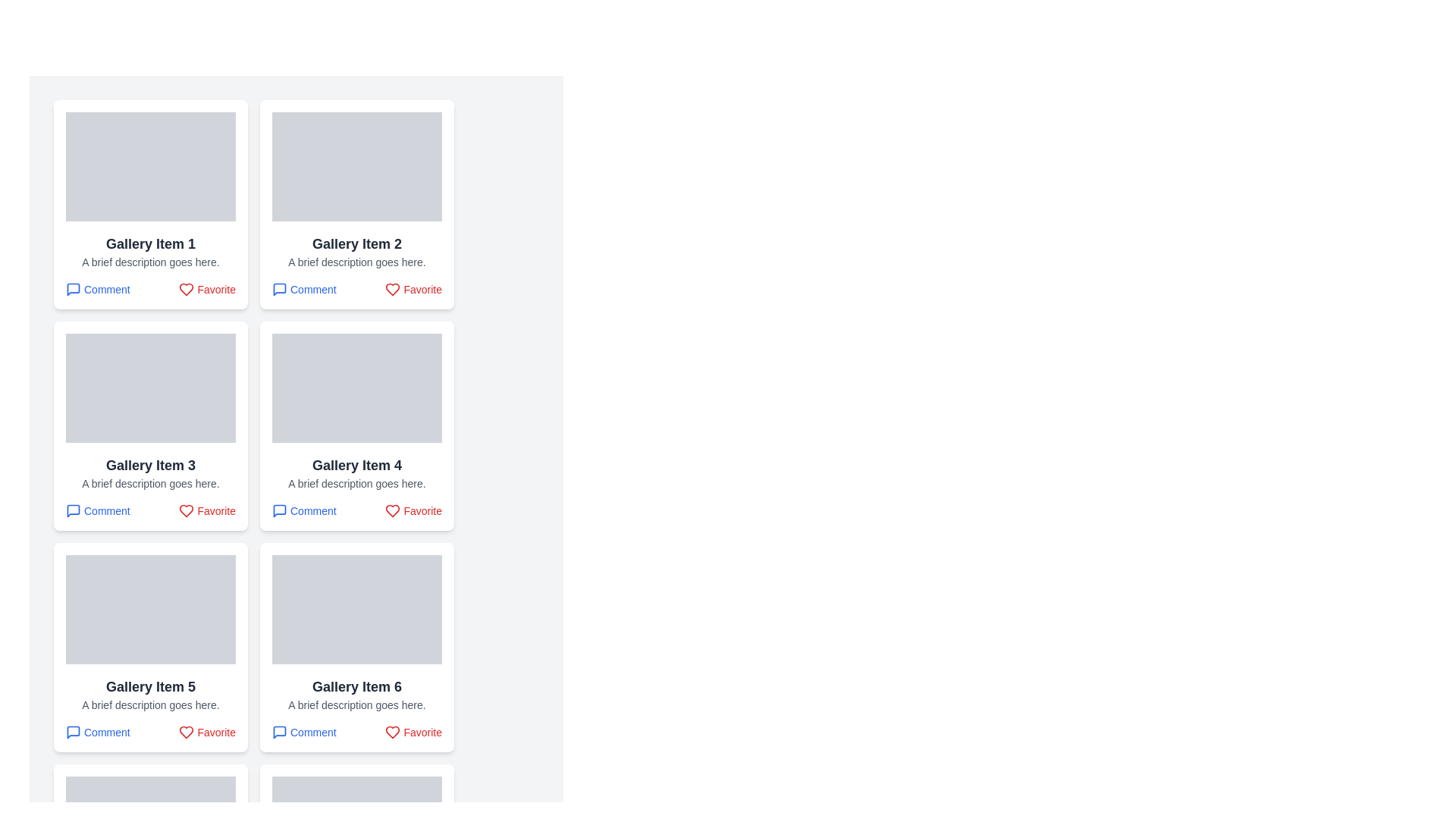  Describe the element at coordinates (97, 731) in the screenshot. I see `the interactive link labeled 'Comment' with a speech bubble icon in the lower-left corner of 'Gallery Item 5'` at that location.